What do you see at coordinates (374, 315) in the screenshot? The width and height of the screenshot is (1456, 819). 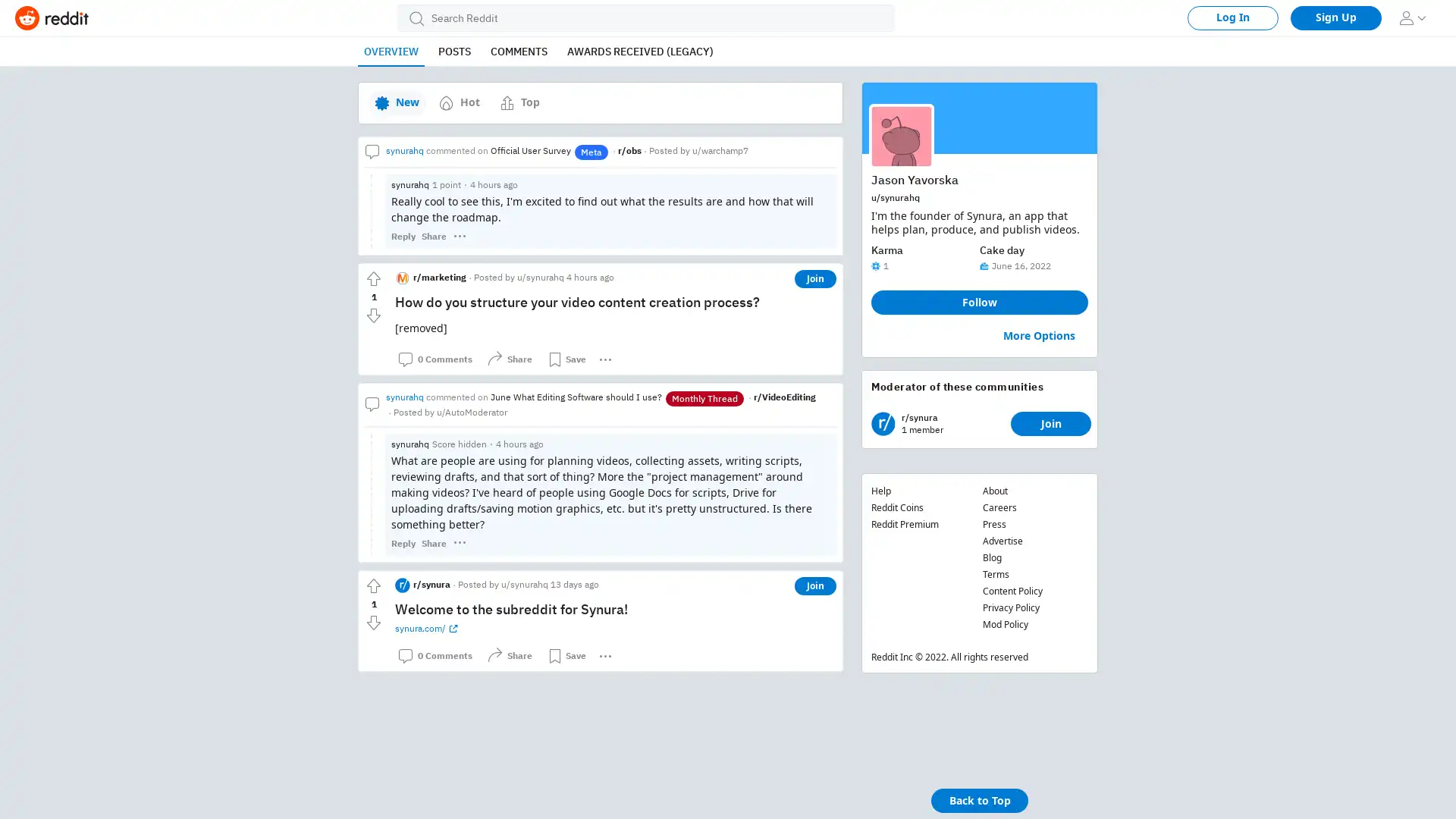 I see `downvote` at bounding box center [374, 315].